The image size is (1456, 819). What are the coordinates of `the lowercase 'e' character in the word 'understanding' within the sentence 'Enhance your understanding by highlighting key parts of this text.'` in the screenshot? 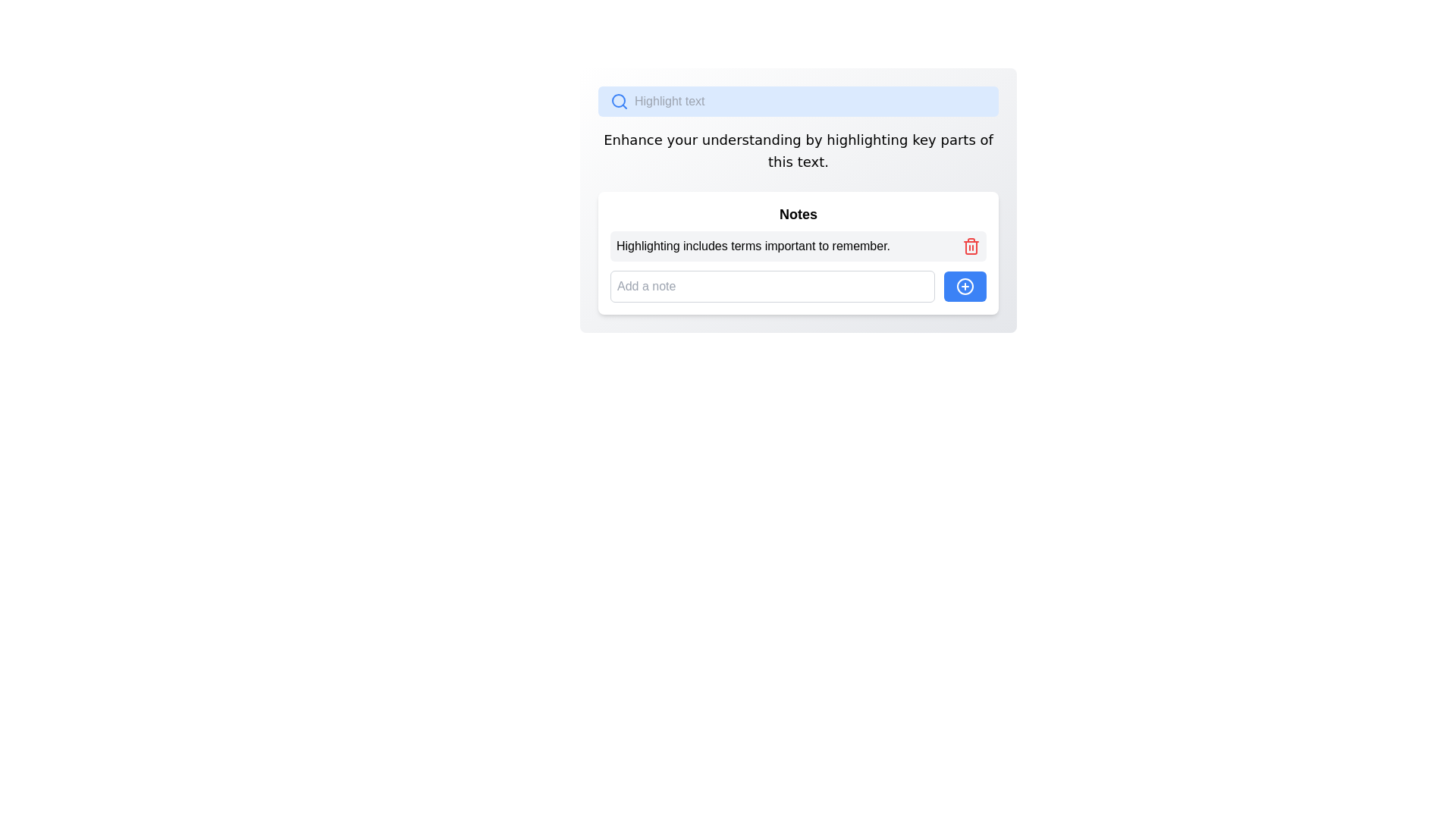 It's located at (732, 140).